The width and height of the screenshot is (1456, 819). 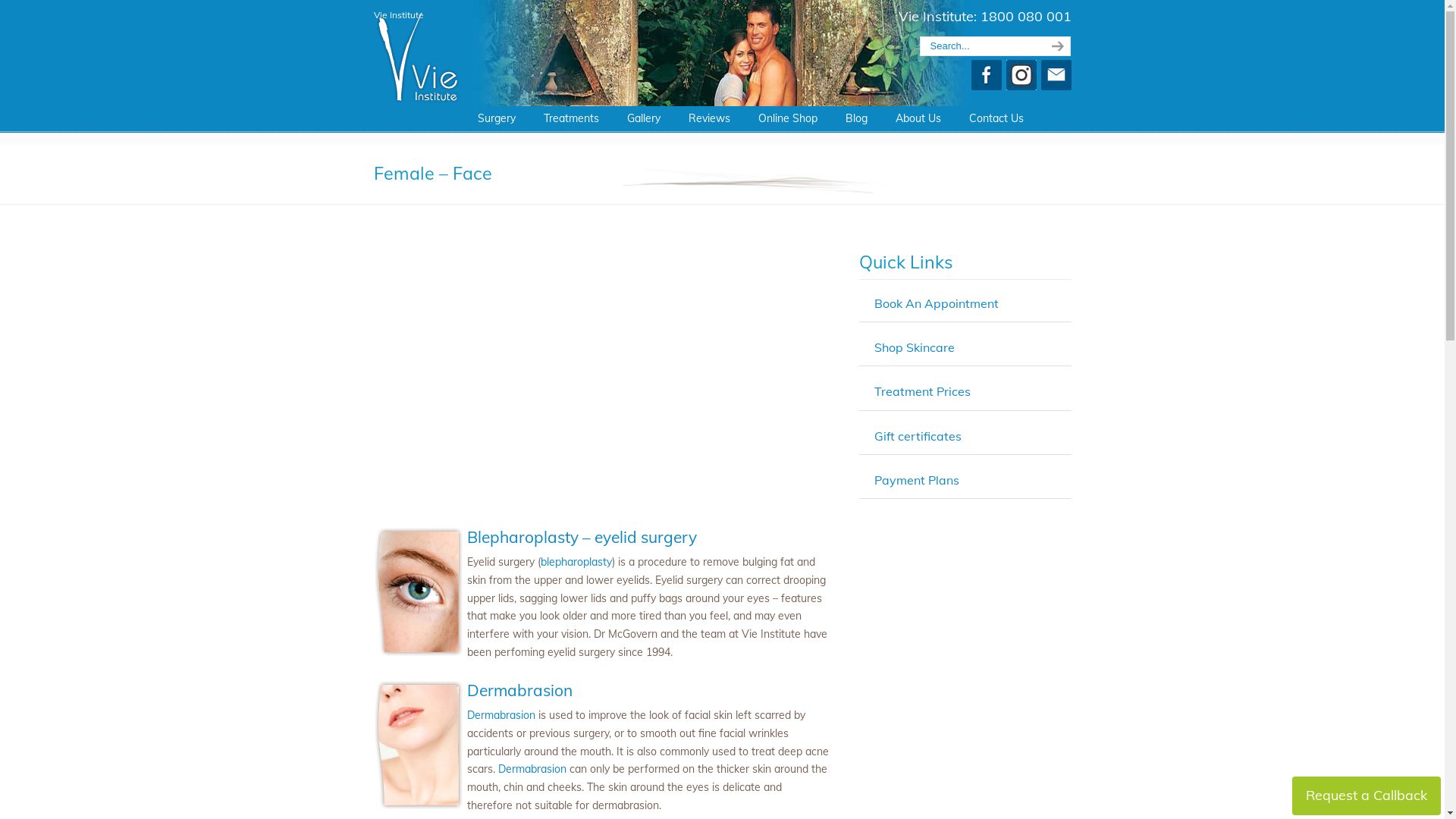 I want to click on 'Request a Callback', so click(x=1366, y=795).